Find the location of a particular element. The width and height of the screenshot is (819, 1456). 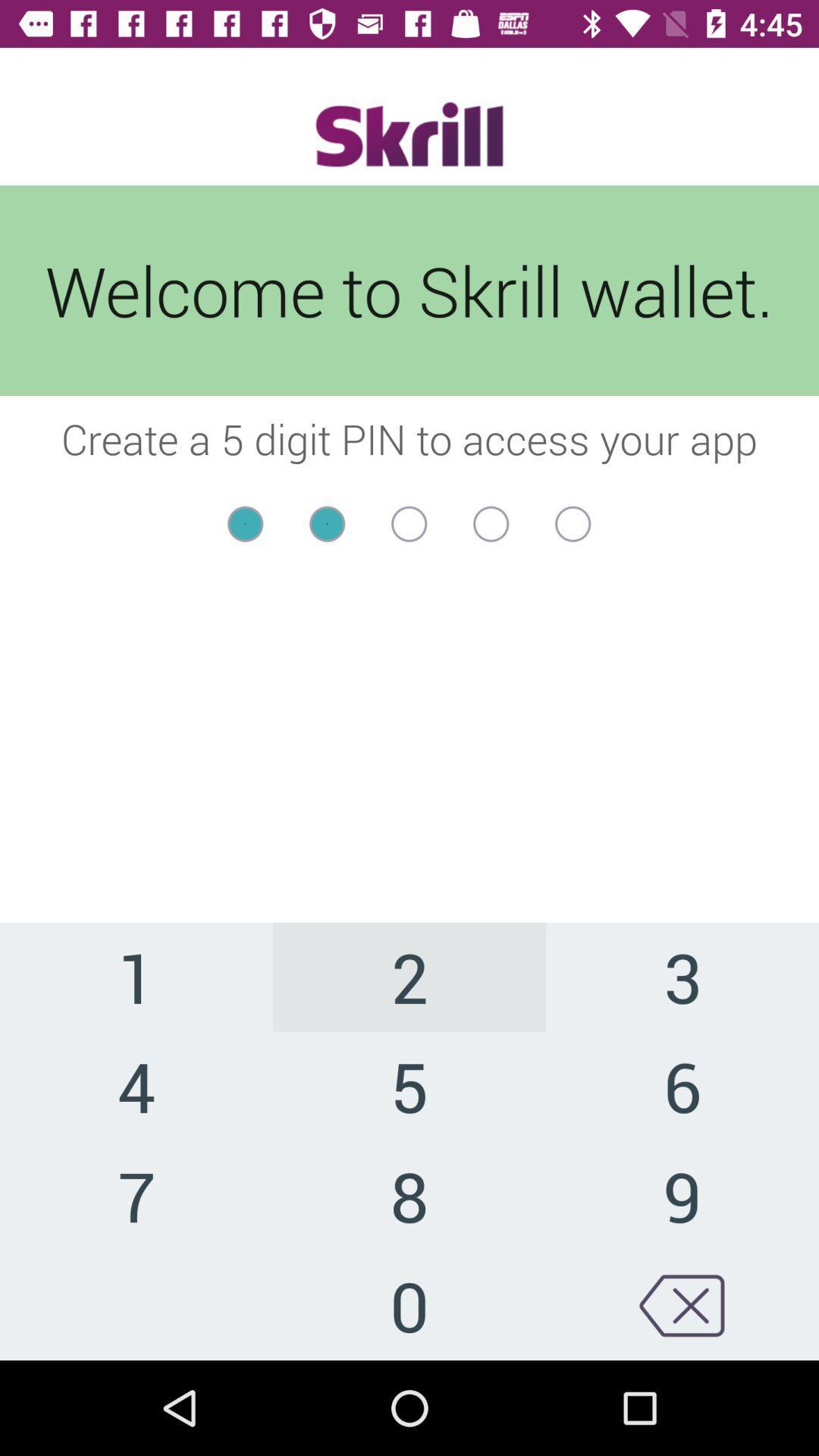

9 is located at coordinates (681, 1194).